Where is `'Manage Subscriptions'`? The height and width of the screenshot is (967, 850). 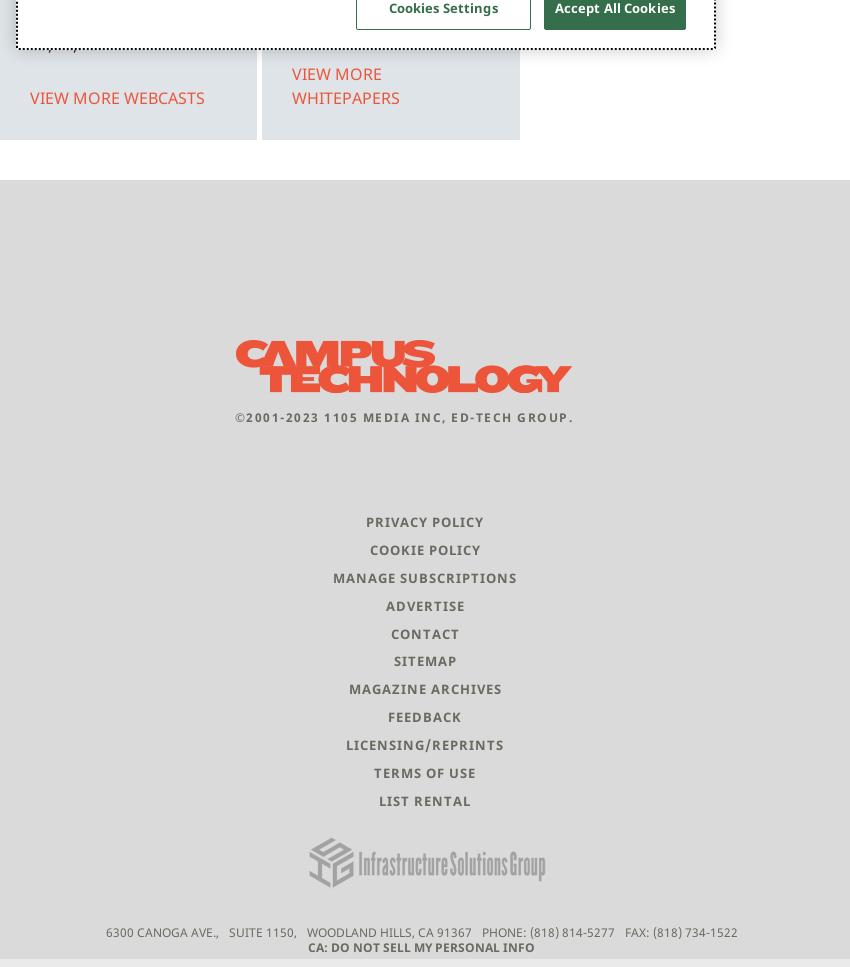
'Manage Subscriptions' is located at coordinates (425, 576).